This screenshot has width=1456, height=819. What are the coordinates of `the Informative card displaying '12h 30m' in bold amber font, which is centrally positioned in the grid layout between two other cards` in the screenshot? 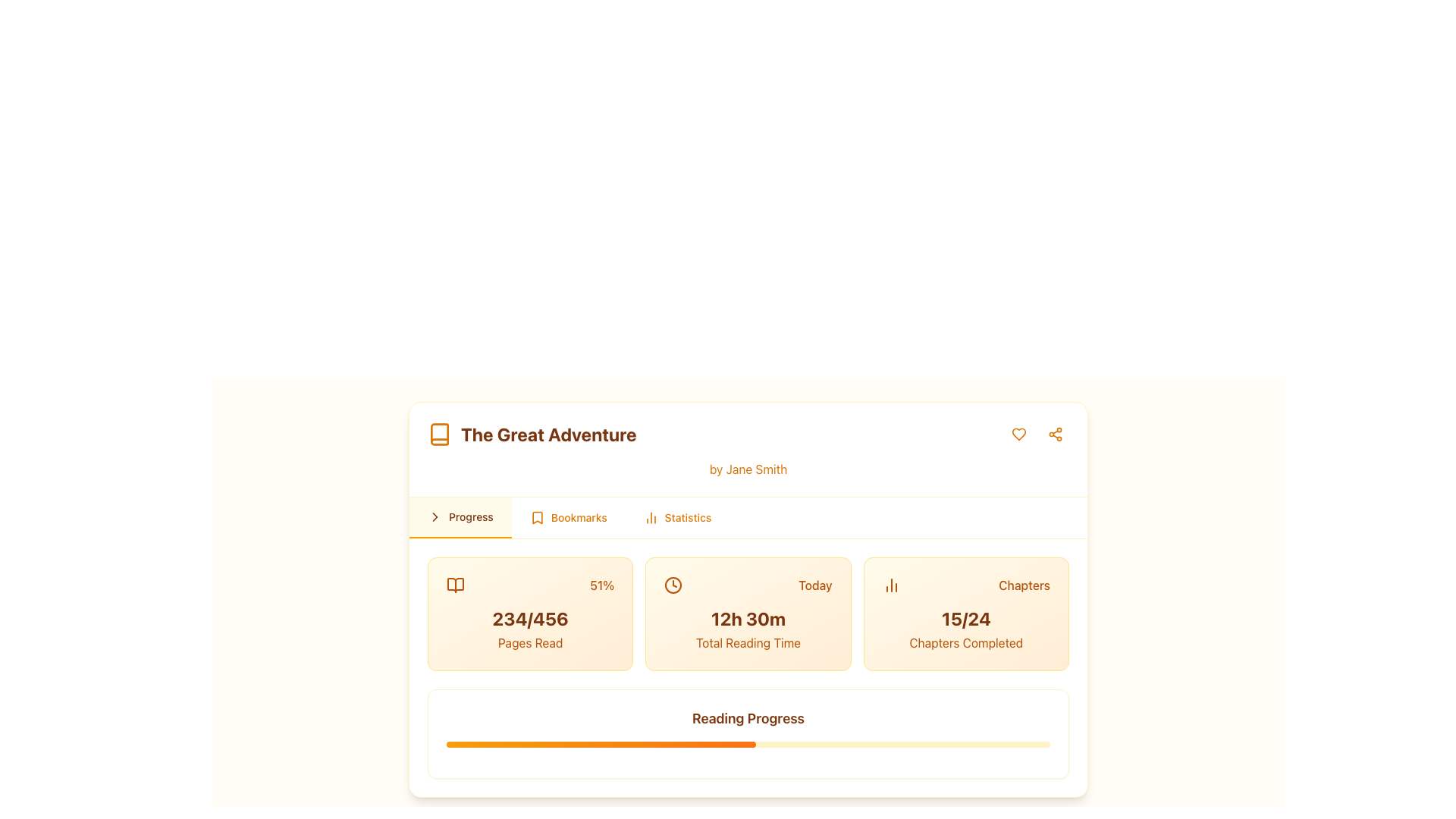 It's located at (748, 614).